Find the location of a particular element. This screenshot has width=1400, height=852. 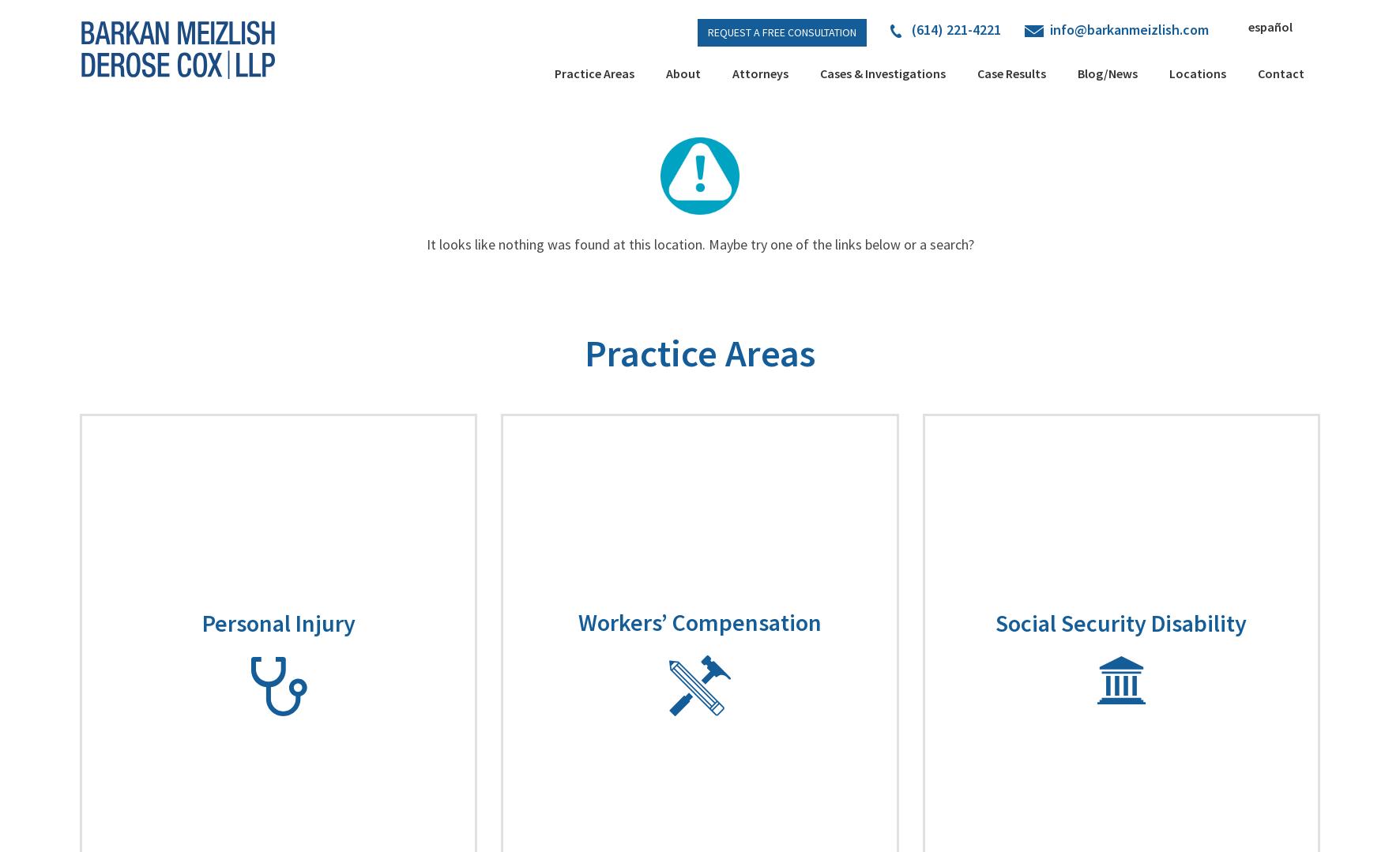

'Workers’ Compensation' is located at coordinates (576, 621).